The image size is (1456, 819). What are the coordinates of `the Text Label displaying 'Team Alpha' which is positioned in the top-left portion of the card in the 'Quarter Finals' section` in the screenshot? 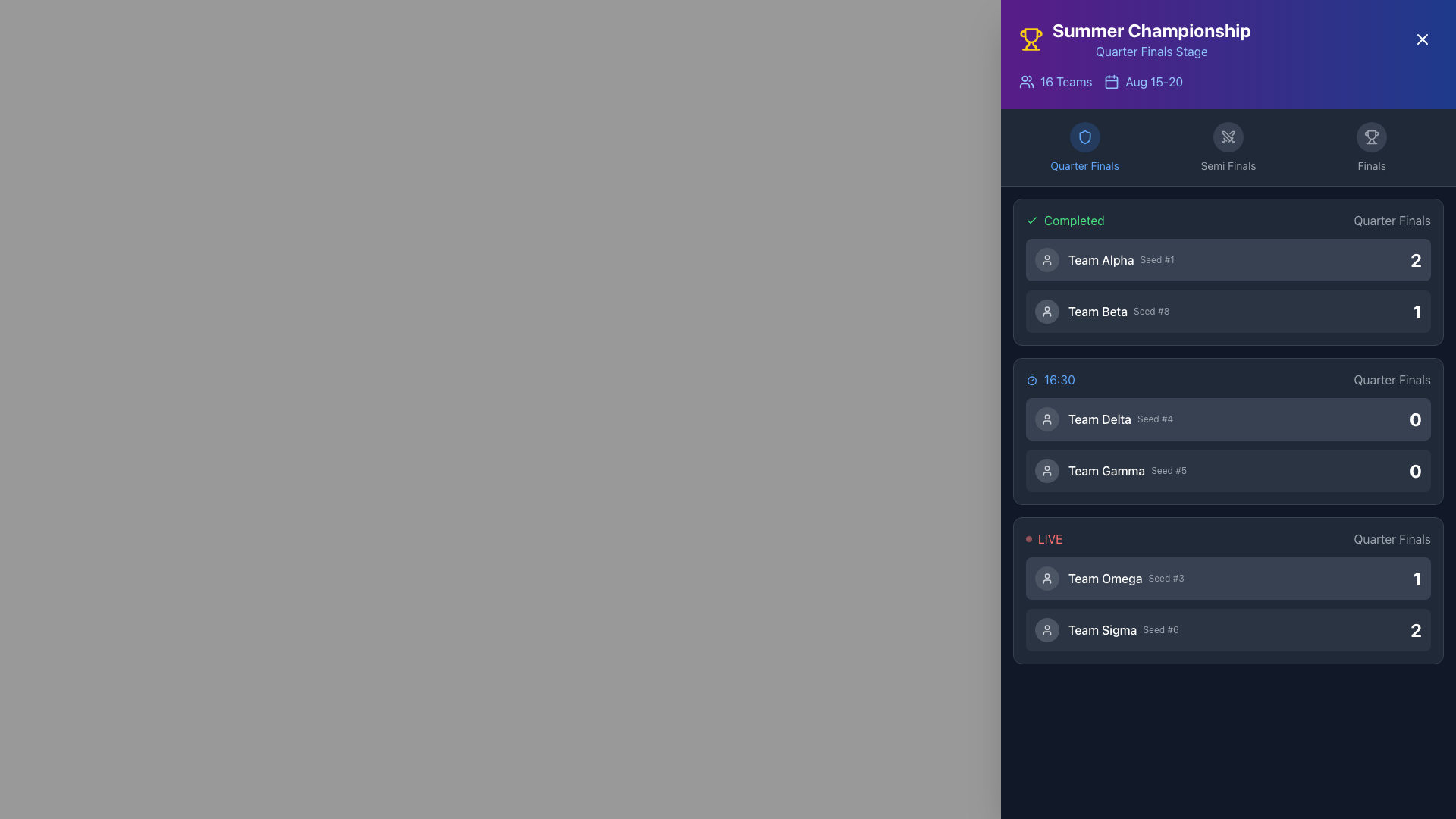 It's located at (1101, 259).